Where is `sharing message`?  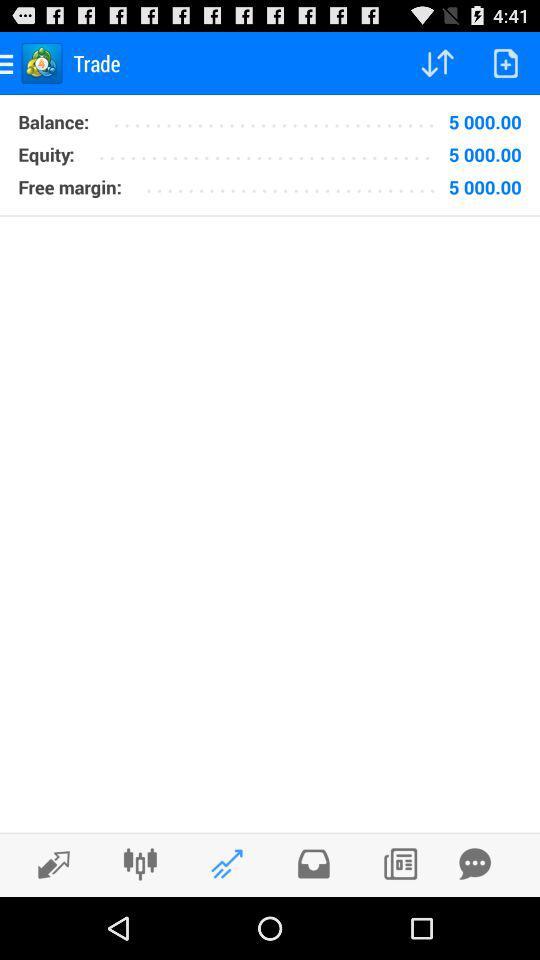
sharing message is located at coordinates (474, 863).